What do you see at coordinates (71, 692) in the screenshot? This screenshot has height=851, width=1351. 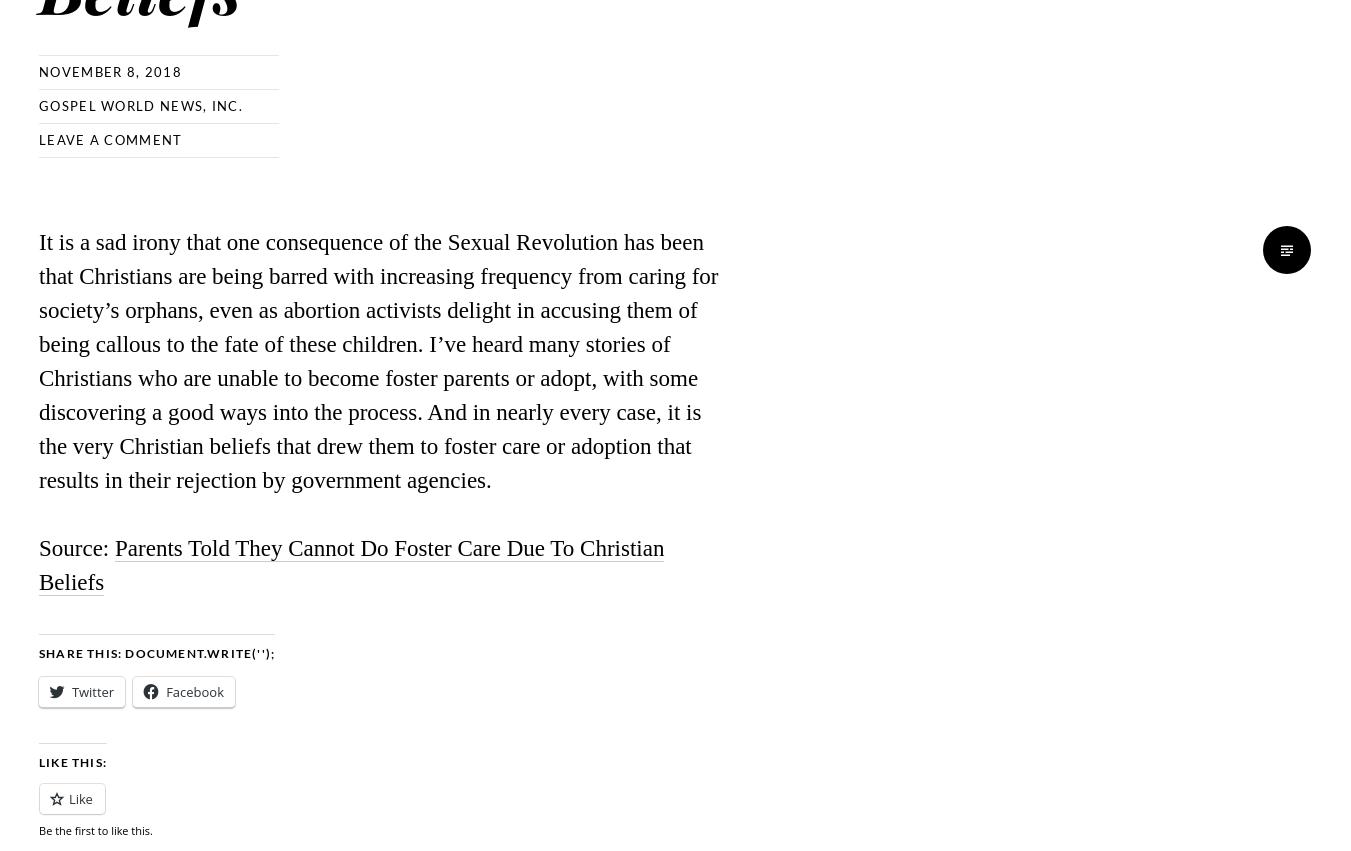 I see `'Twitter'` at bounding box center [71, 692].